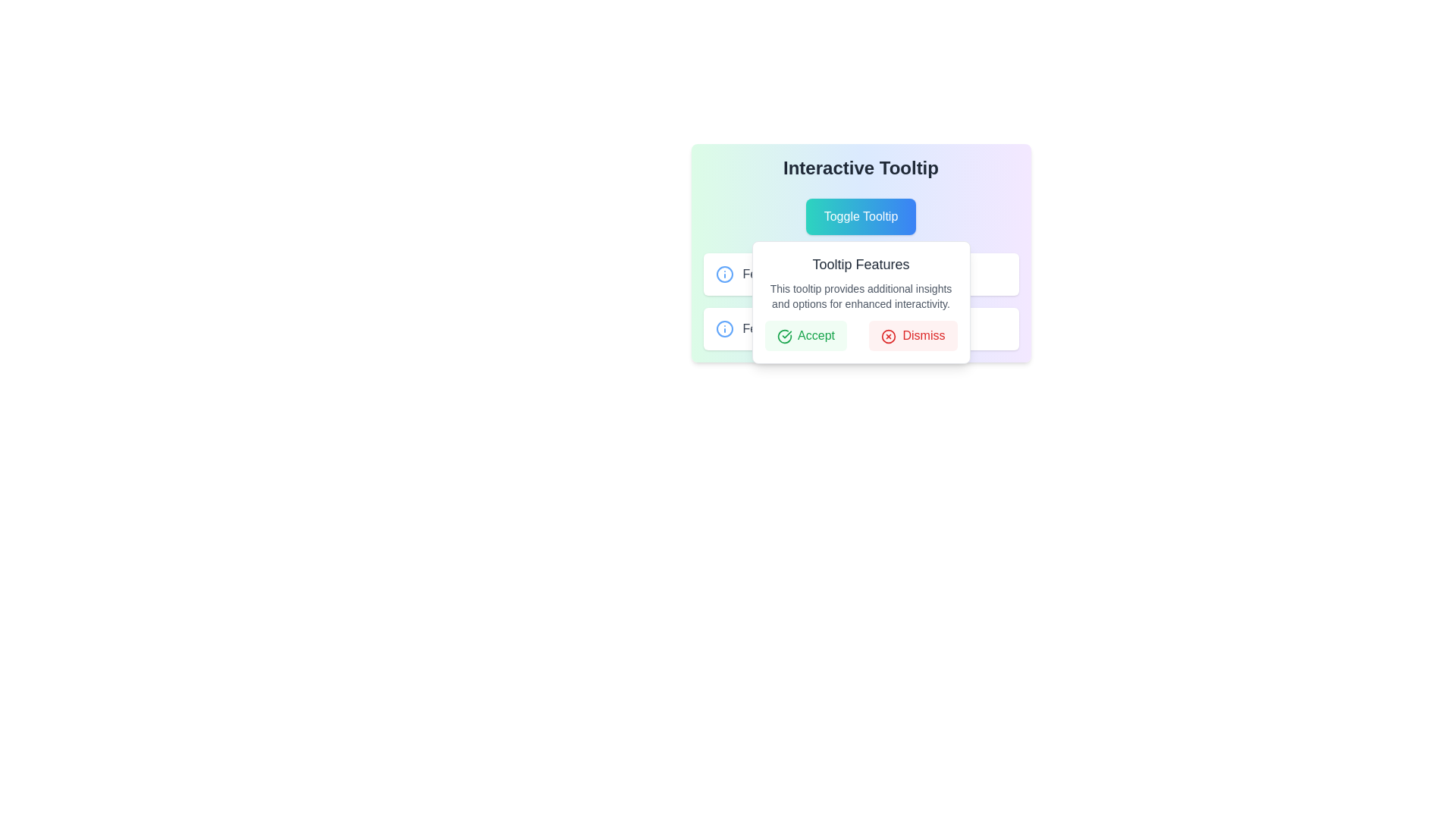  What do you see at coordinates (861, 335) in the screenshot?
I see `the Dismiss button, which is part of a group of buttons labeled 'Accept' and 'Dismiss' within a tooltip titled 'Tooltip Features', to initiate the Dismiss action` at bounding box center [861, 335].